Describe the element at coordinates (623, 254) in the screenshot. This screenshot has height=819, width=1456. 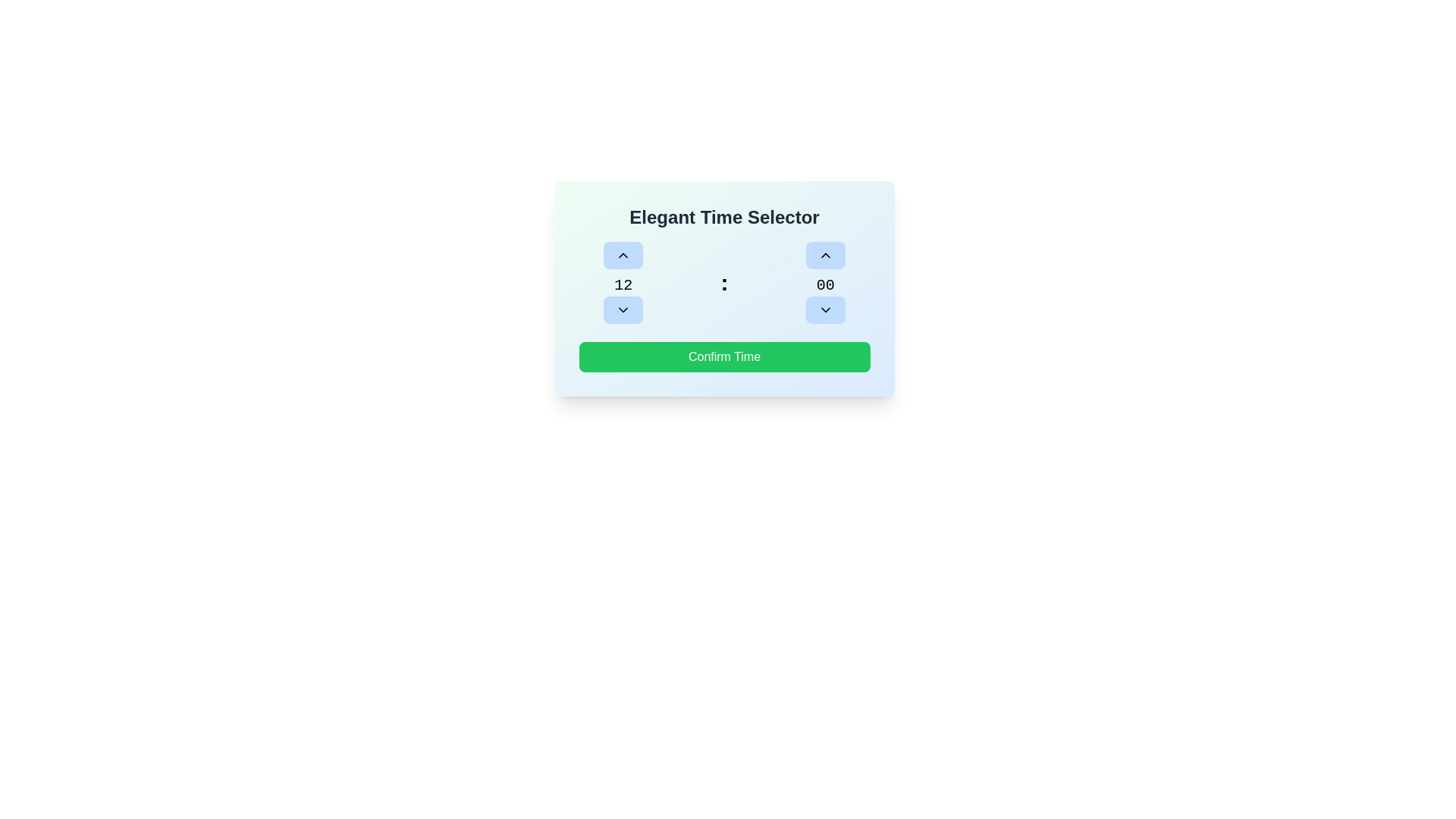
I see `the small blue button with an upward-facing chevron icon to increment the hour value, located at the top-left area of the time selector interface above the number '12'` at that location.